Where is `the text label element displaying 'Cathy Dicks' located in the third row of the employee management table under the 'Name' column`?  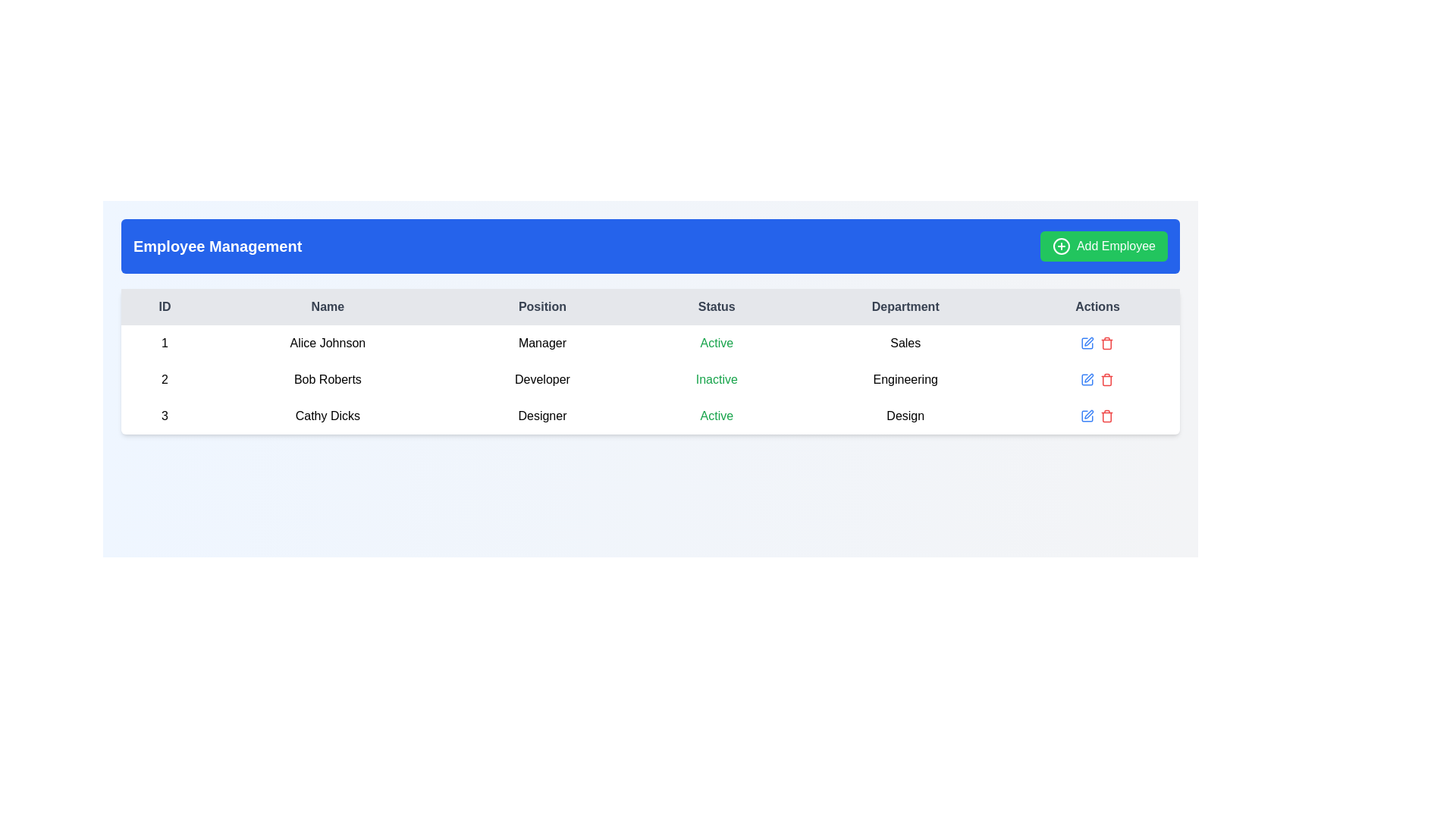 the text label element displaying 'Cathy Dicks' located in the third row of the employee management table under the 'Name' column is located at coordinates (327, 416).